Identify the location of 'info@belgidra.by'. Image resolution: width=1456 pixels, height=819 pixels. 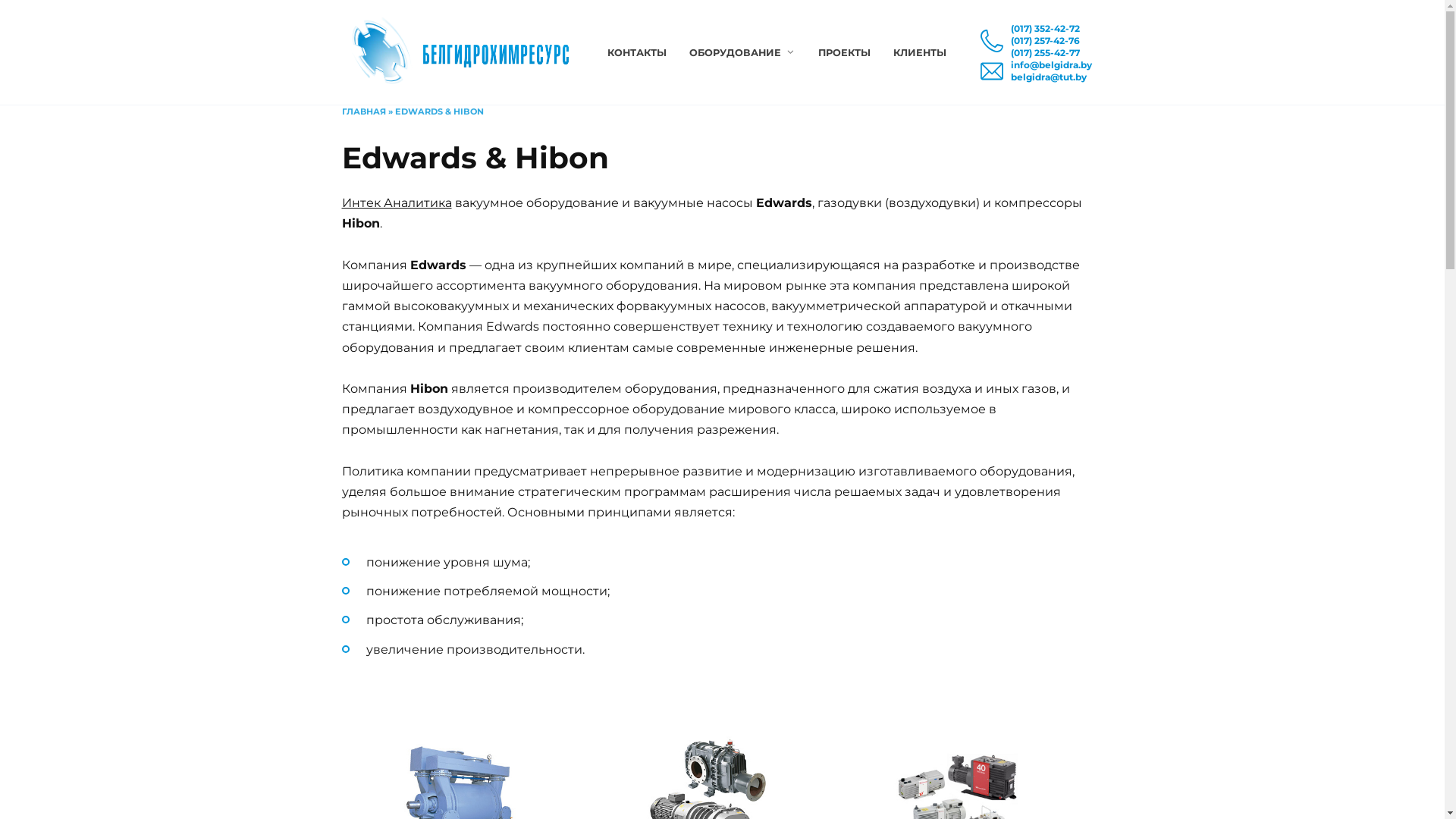
(1050, 64).